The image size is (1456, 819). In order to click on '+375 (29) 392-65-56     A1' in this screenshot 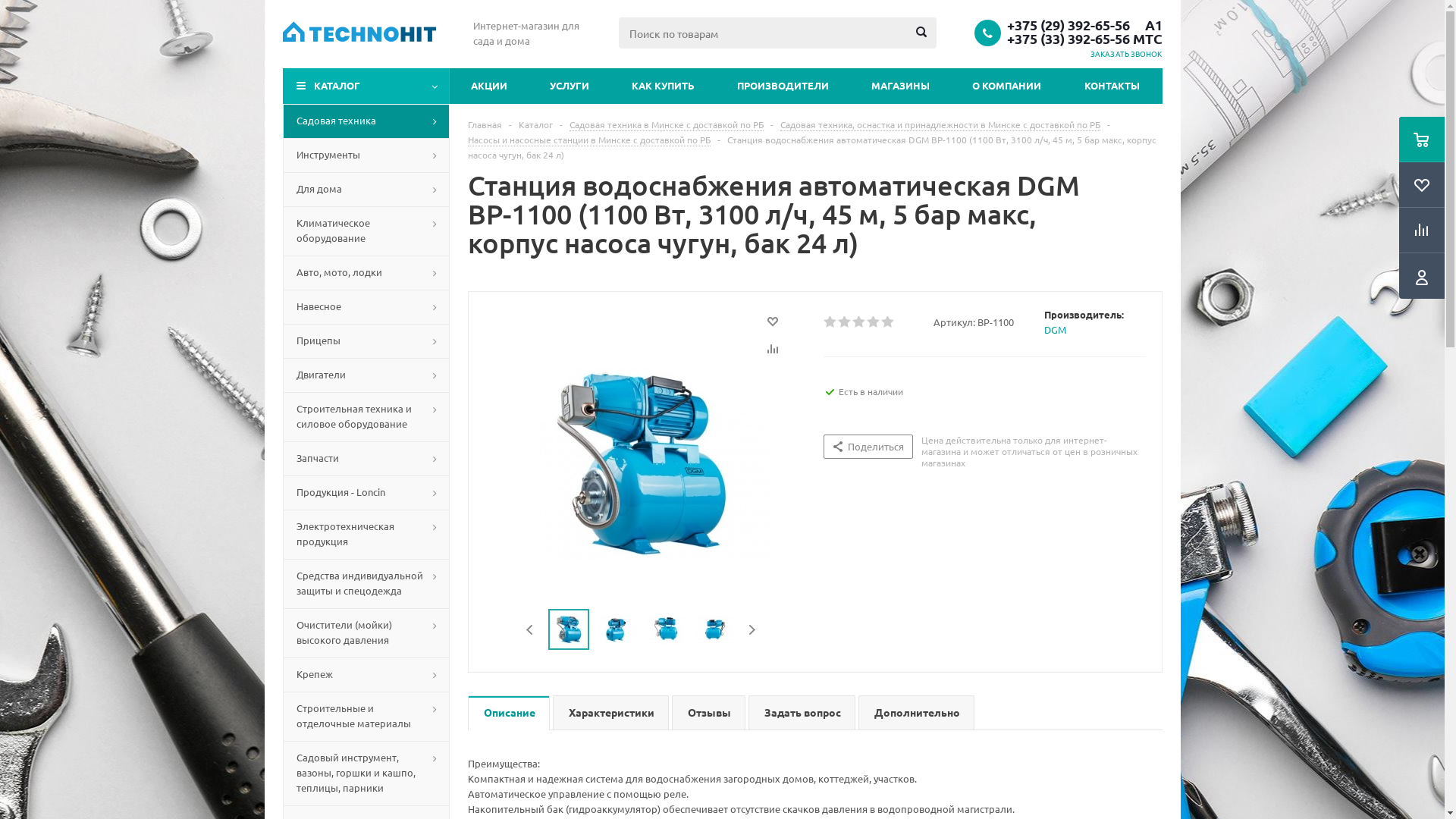, I will do `click(1084, 25)`.